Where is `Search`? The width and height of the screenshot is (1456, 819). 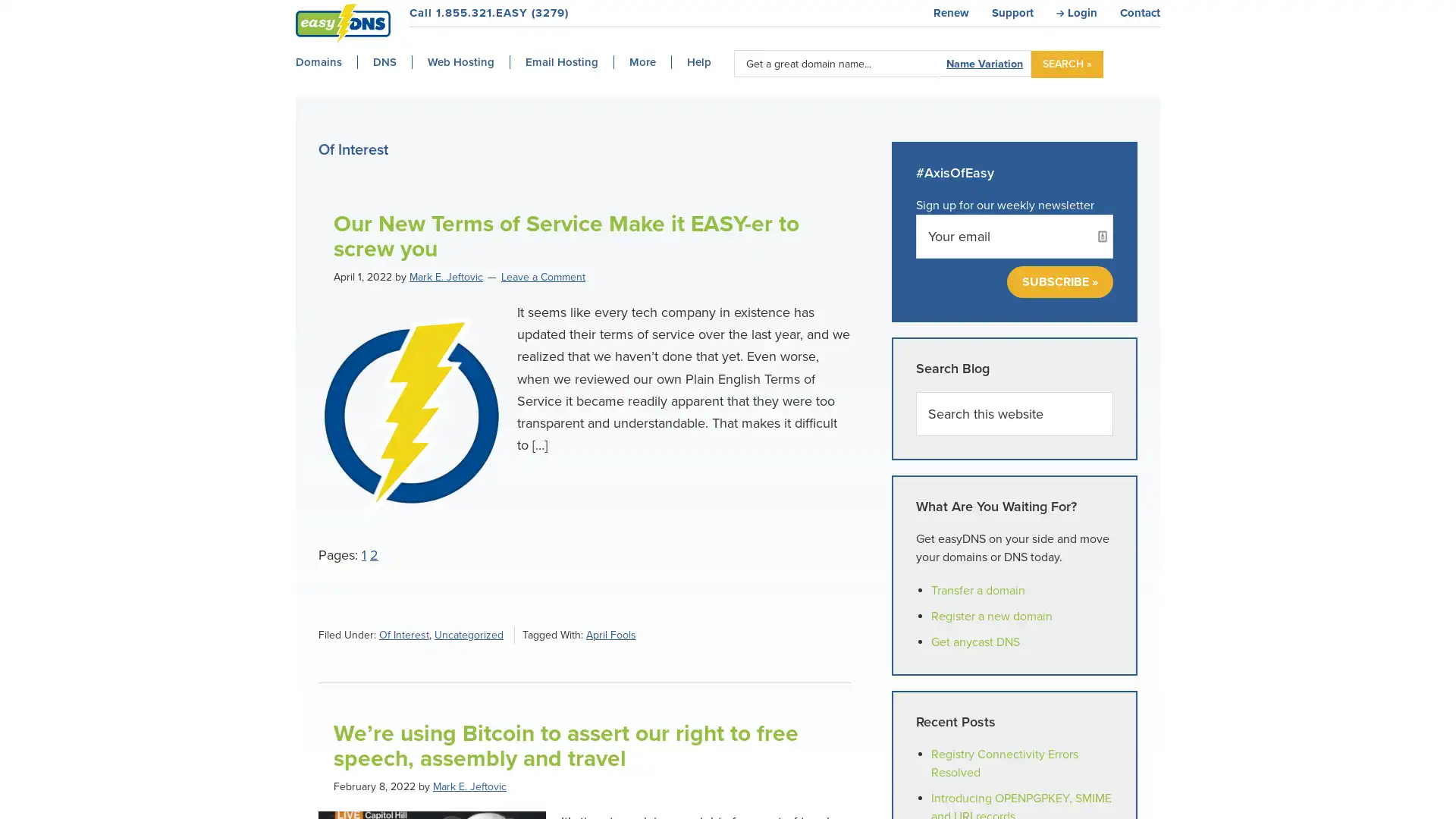
Search is located at coordinates (1112, 390).